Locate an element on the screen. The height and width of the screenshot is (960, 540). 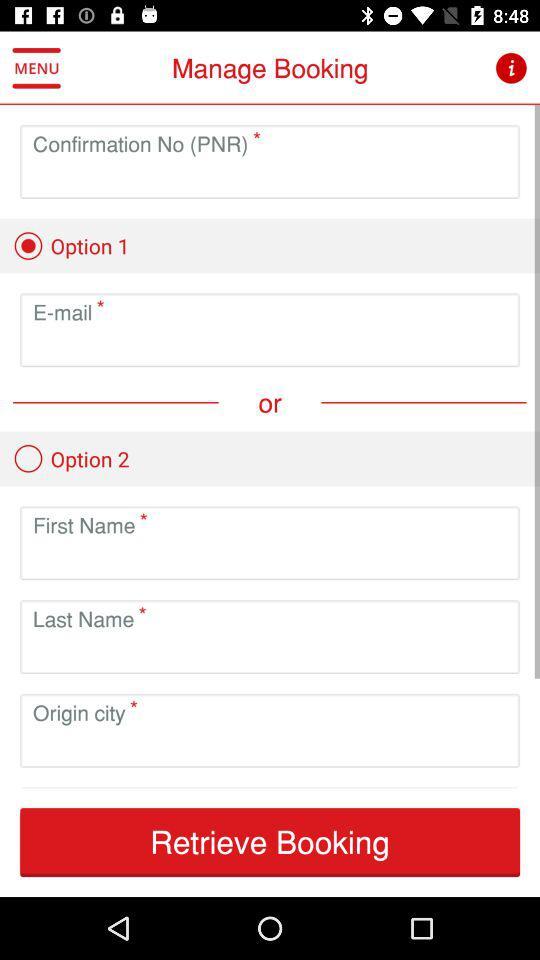
the icon above the first name icon is located at coordinates (70, 458).